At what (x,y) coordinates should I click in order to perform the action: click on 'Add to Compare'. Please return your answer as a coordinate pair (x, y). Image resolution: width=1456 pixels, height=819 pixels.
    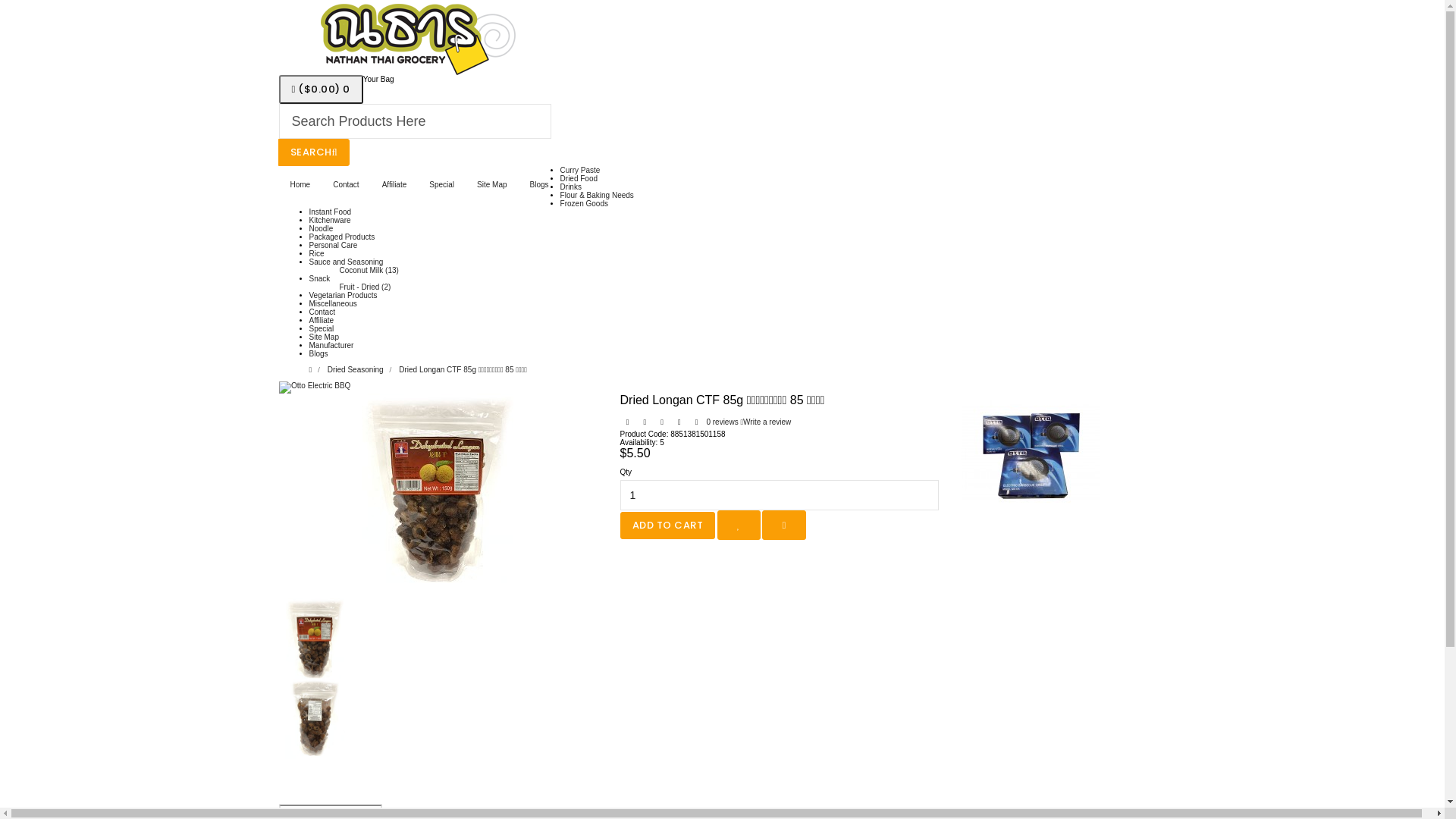
    Looking at the image, I should click on (783, 524).